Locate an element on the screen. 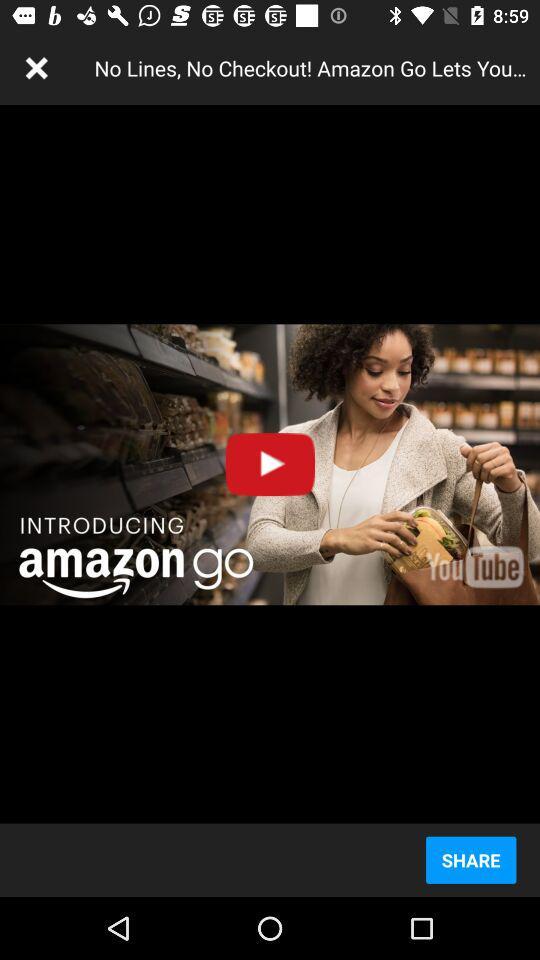  the icon above share item is located at coordinates (270, 464).